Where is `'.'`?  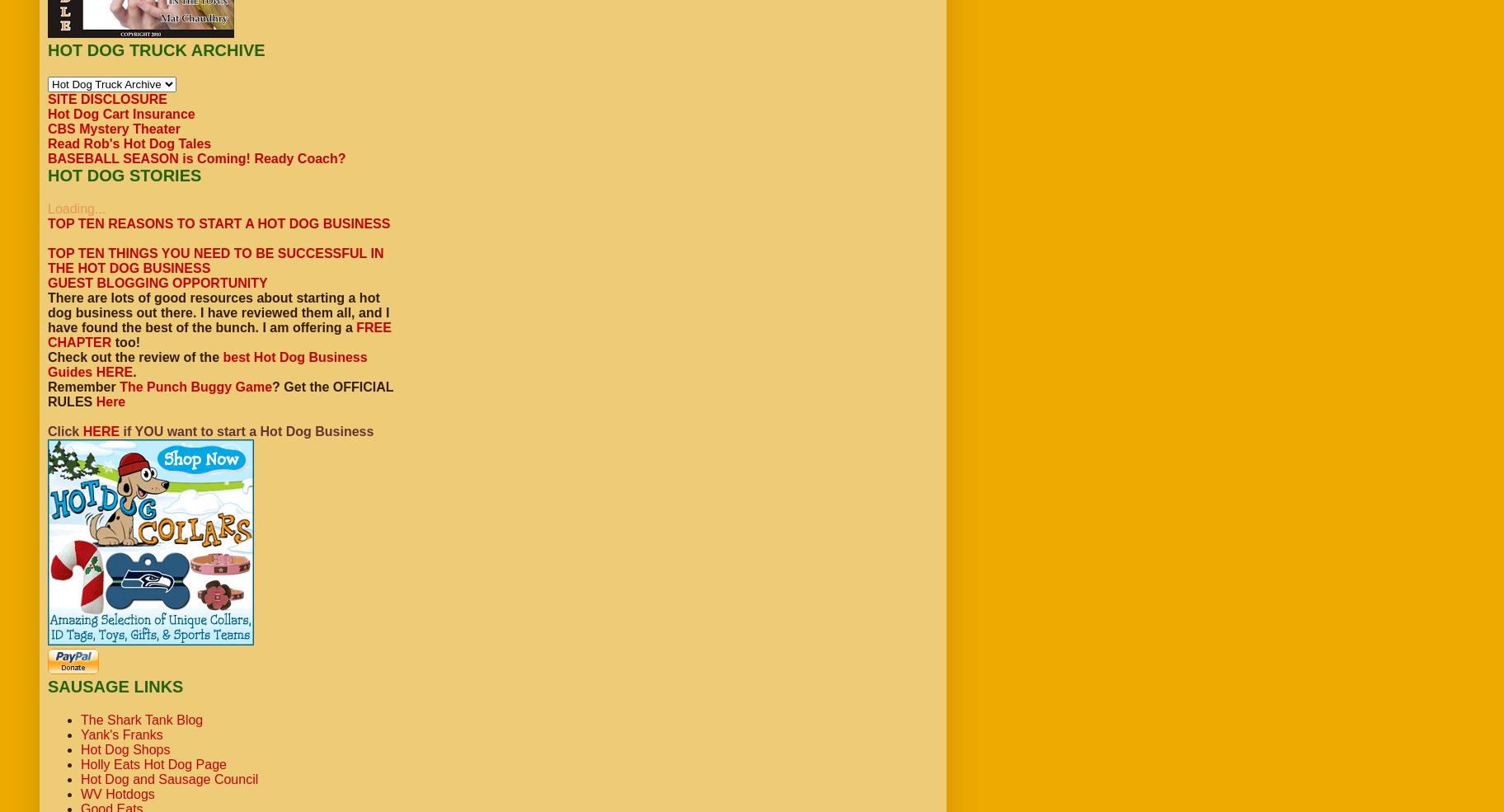 '.' is located at coordinates (134, 371).